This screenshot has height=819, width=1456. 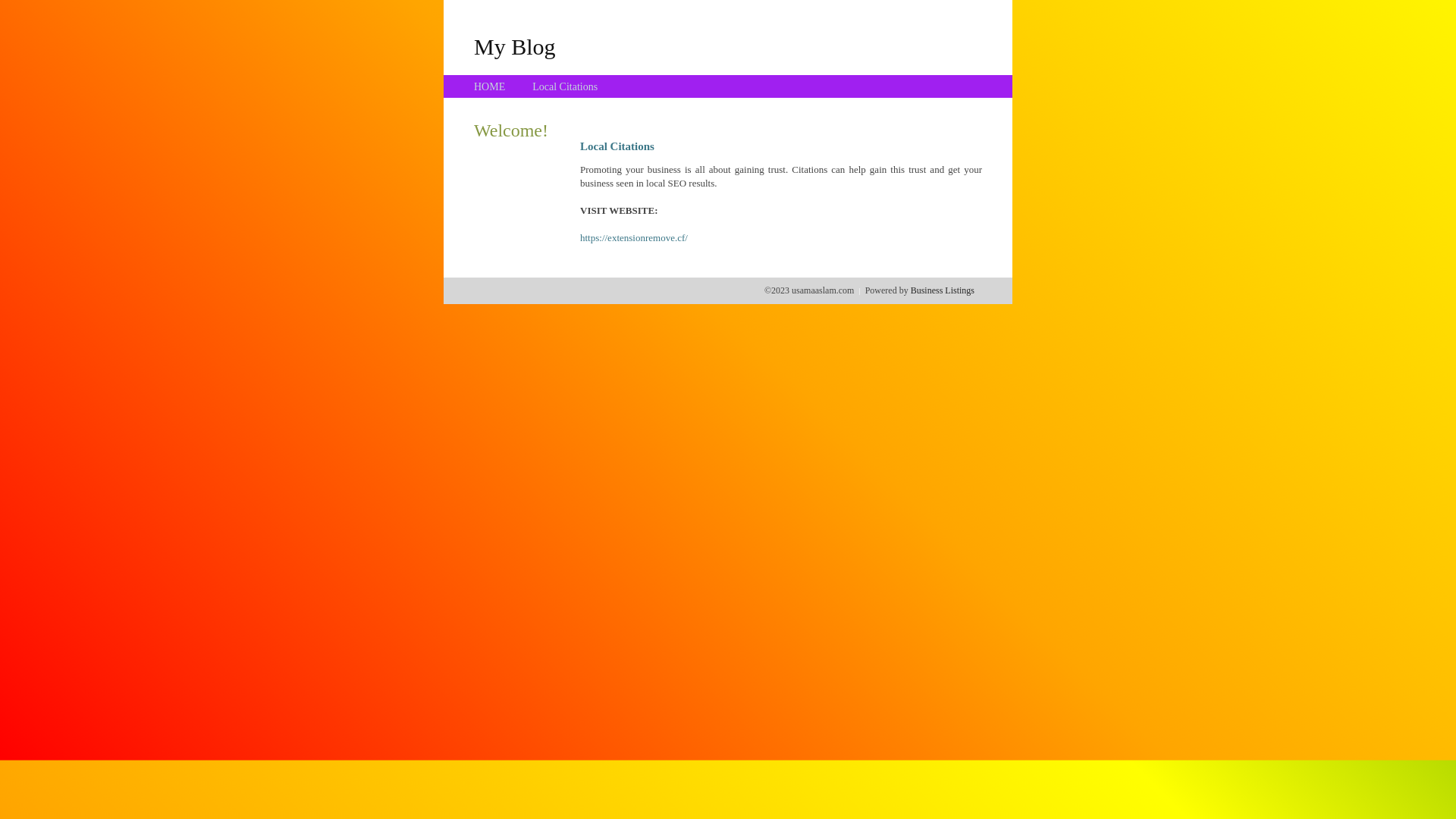 I want to click on 'My Blog', so click(x=514, y=45).